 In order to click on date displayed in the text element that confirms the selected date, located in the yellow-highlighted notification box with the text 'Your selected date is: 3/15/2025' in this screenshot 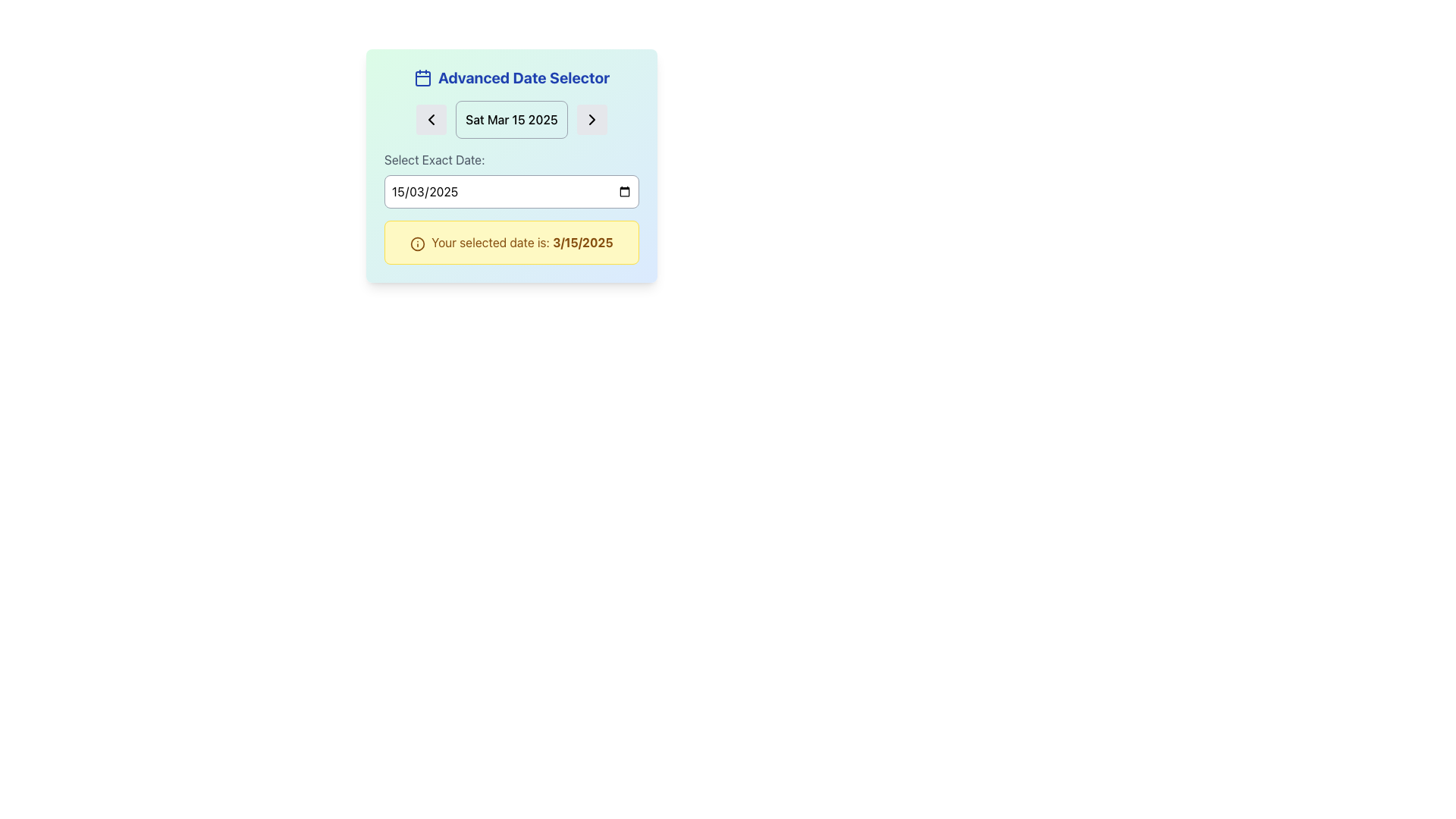, I will do `click(582, 242)`.